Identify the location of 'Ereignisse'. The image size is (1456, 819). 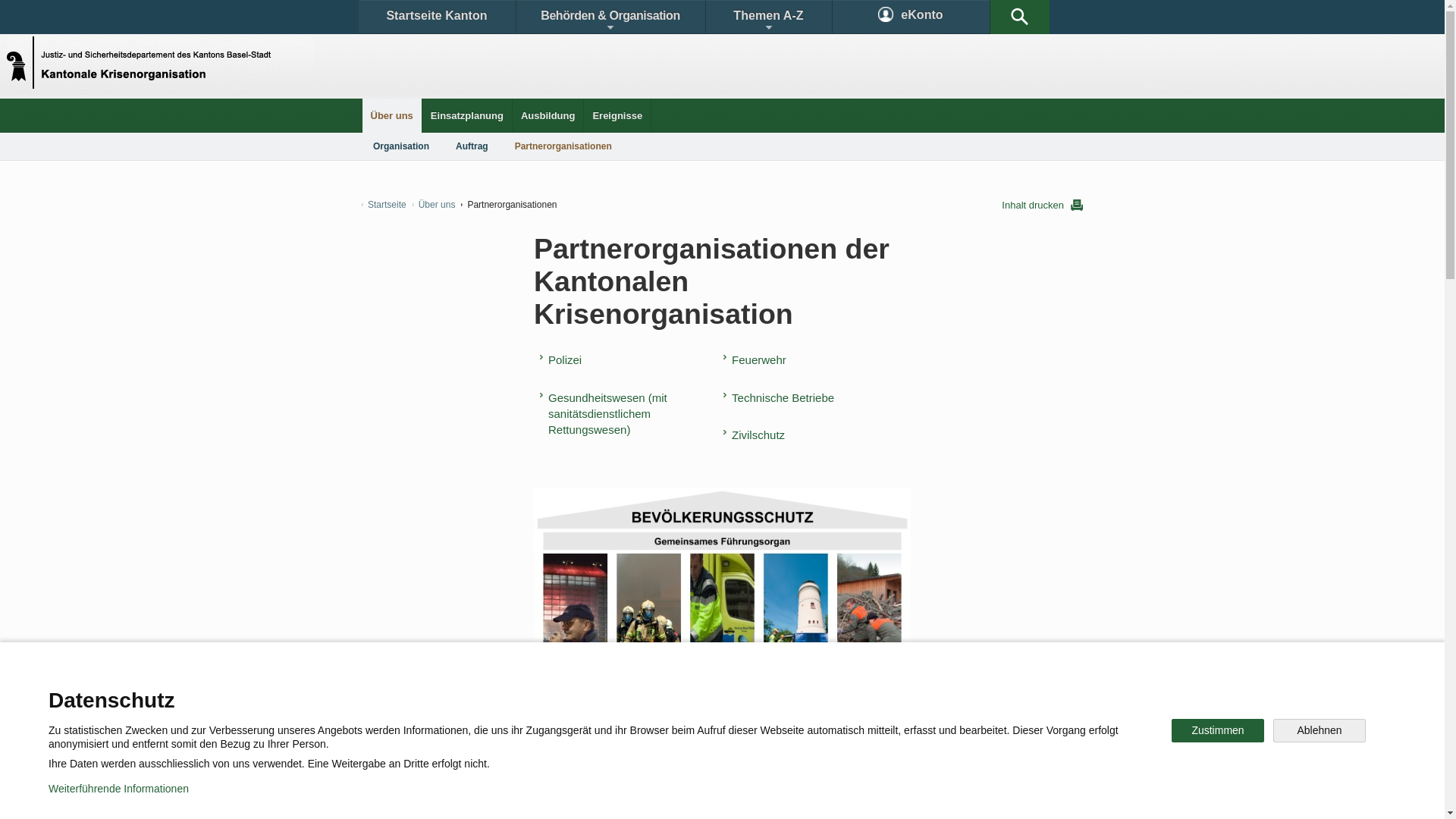
(617, 115).